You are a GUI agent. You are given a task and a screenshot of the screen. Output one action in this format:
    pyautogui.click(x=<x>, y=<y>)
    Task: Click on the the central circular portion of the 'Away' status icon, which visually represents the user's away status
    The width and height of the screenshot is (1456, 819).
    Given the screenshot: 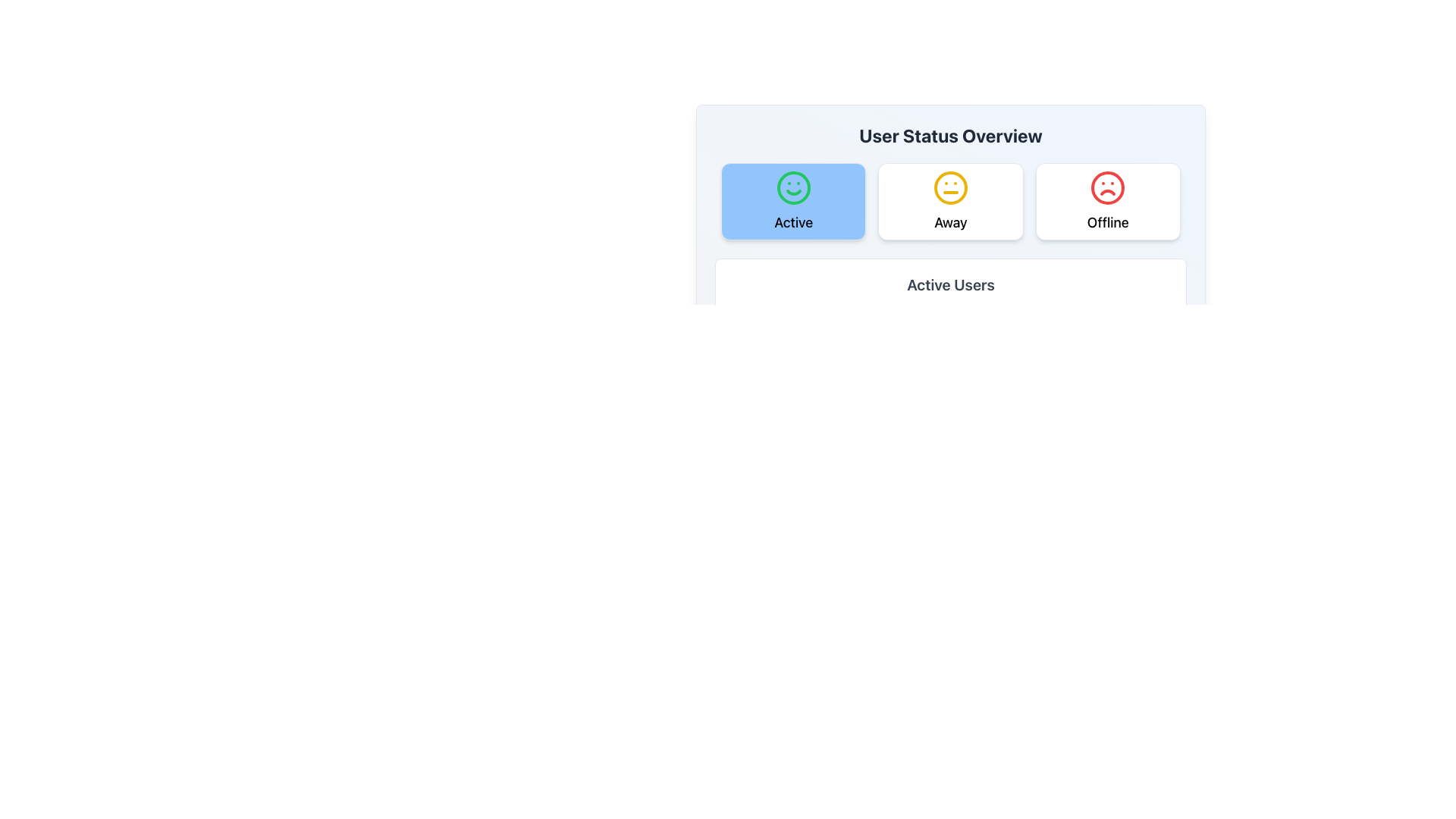 What is the action you would take?
    pyautogui.click(x=949, y=187)
    